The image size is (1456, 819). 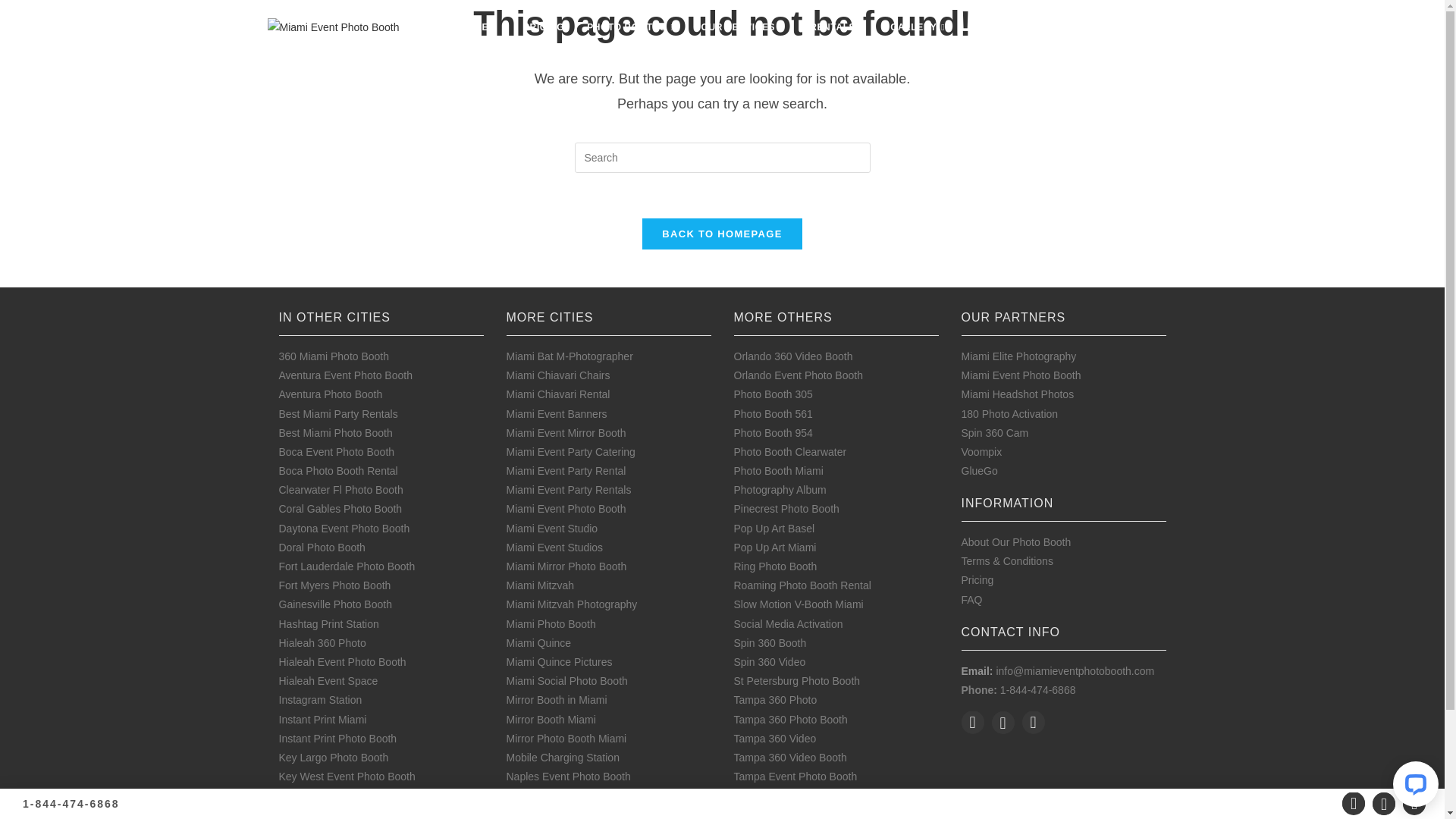 What do you see at coordinates (538, 643) in the screenshot?
I see `'Miami Quince'` at bounding box center [538, 643].